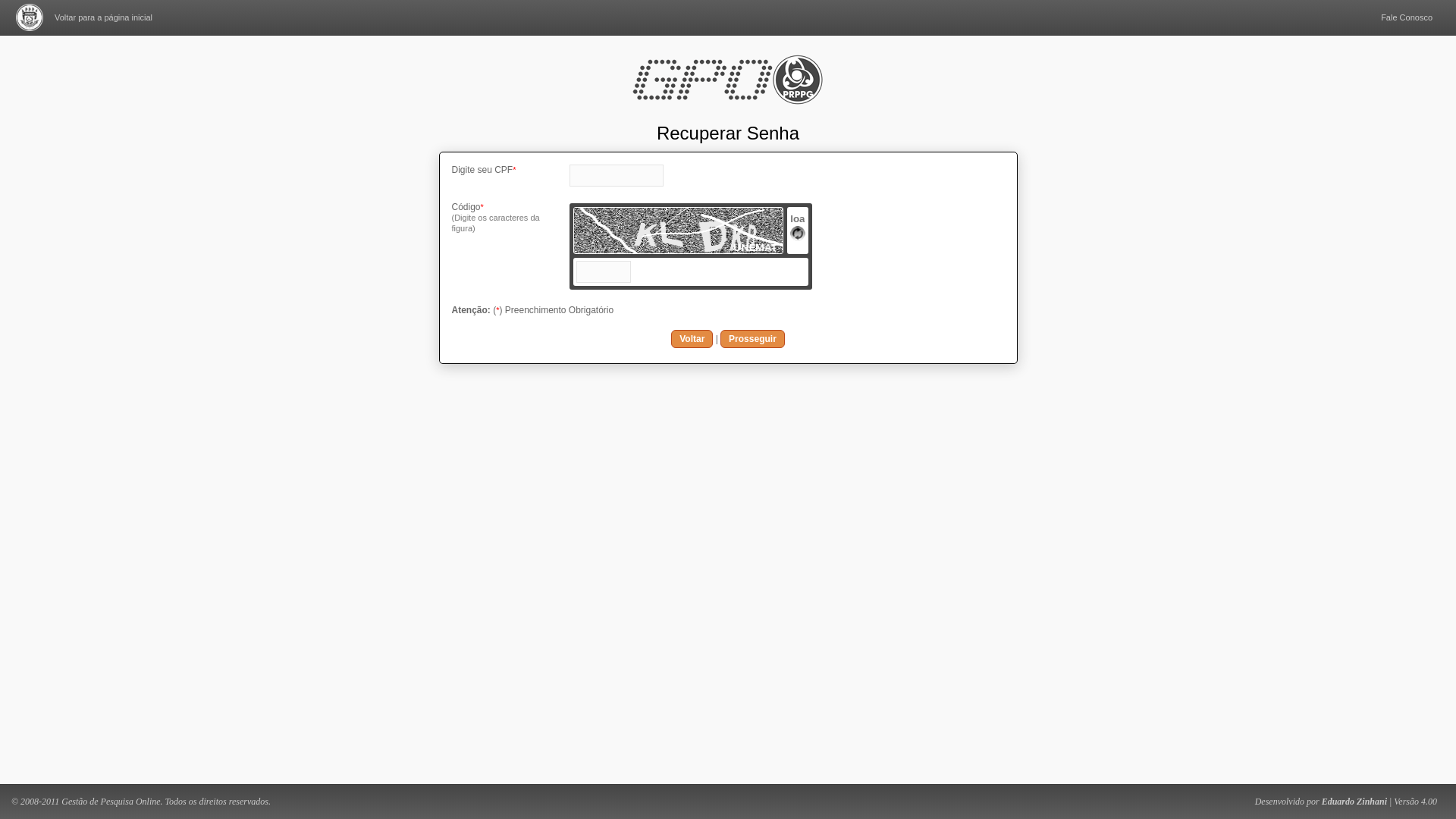 Image resolution: width=1456 pixels, height=819 pixels. Describe the element at coordinates (29, 17) in the screenshot. I see `'Universidade do Estado de Mato Grosso'` at that location.